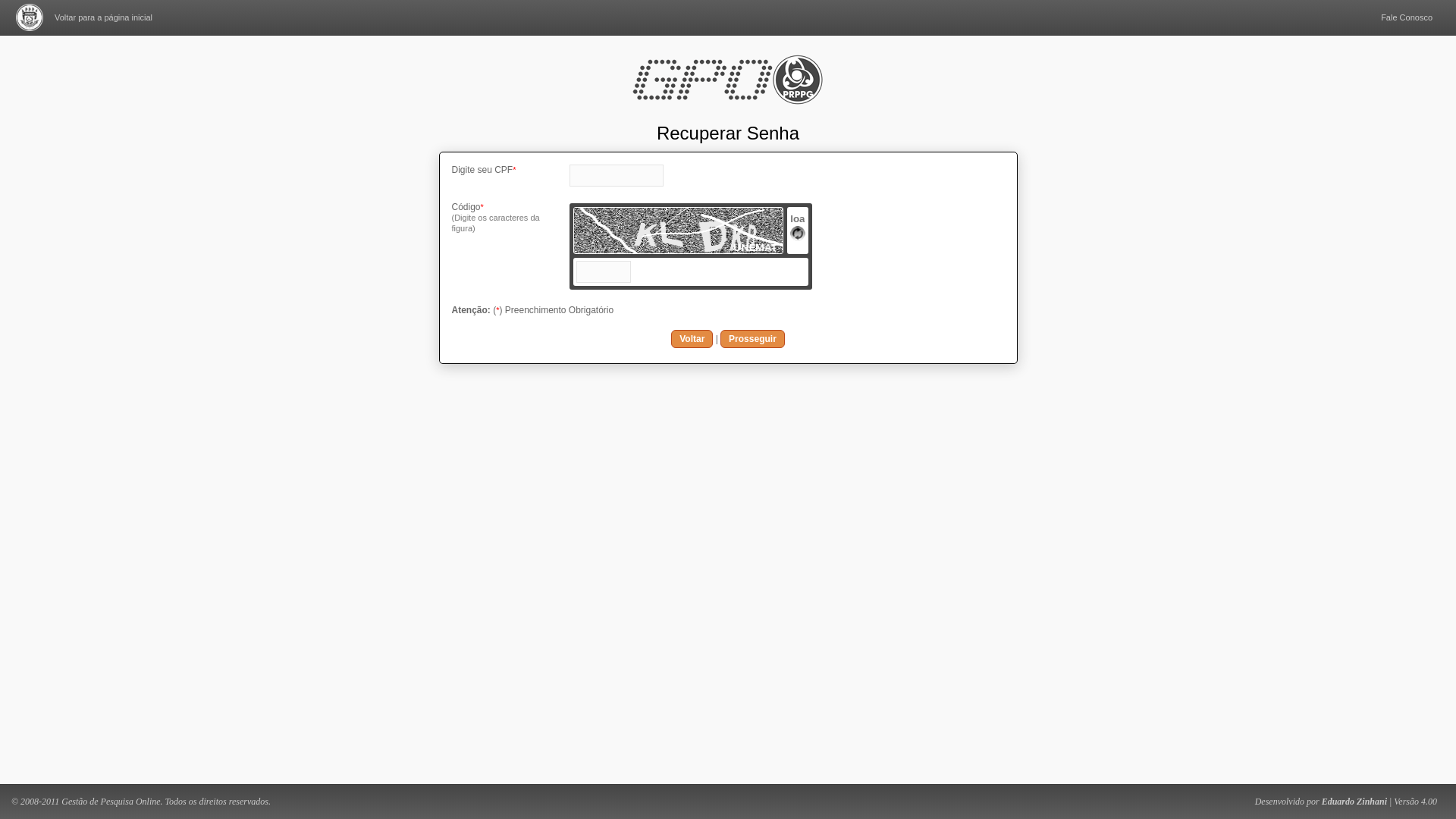 Image resolution: width=1456 pixels, height=819 pixels. Describe the element at coordinates (29, 17) in the screenshot. I see `'Universidade do Estado de Mato Grosso'` at that location.